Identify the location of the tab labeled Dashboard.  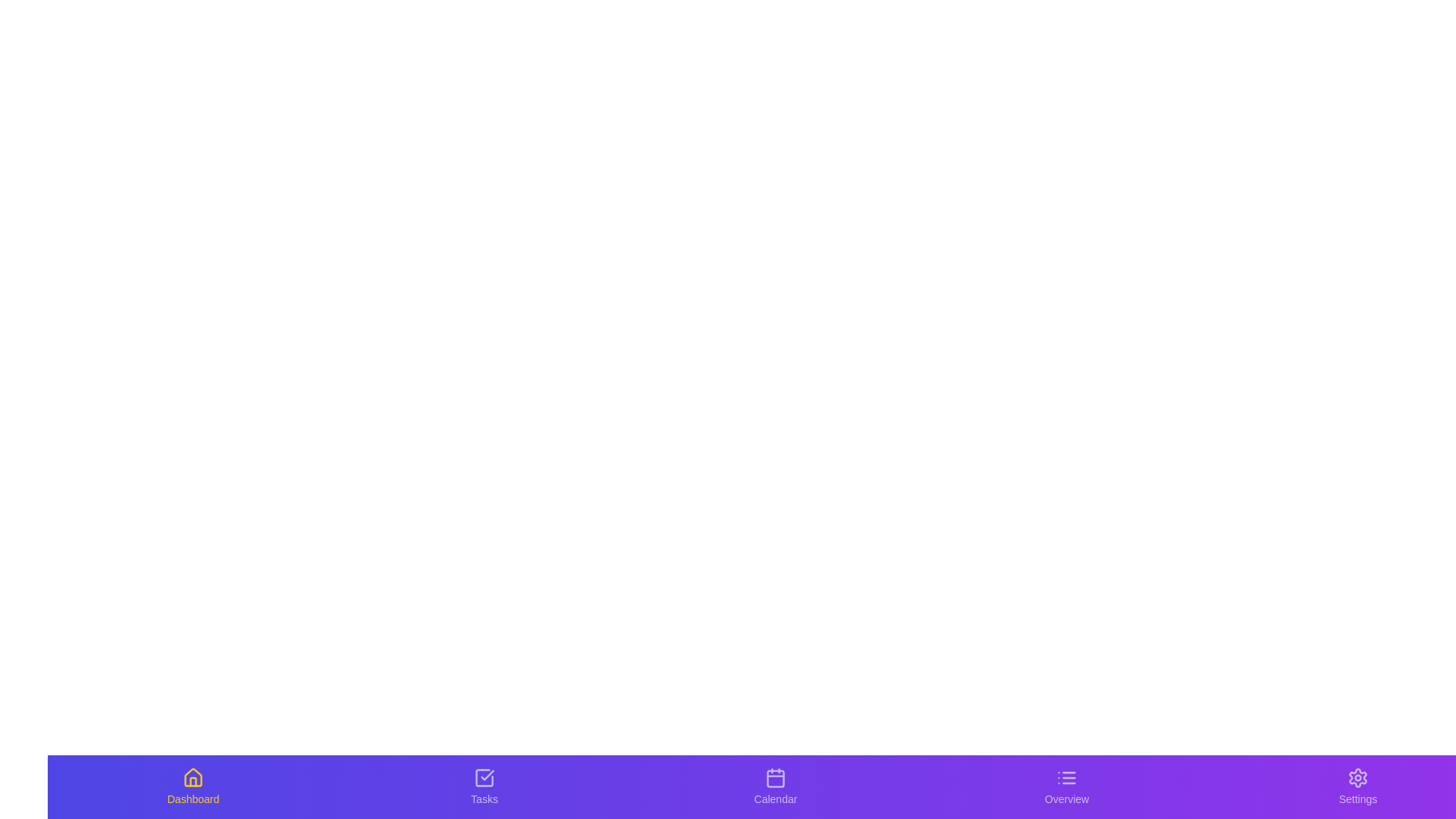
(192, 786).